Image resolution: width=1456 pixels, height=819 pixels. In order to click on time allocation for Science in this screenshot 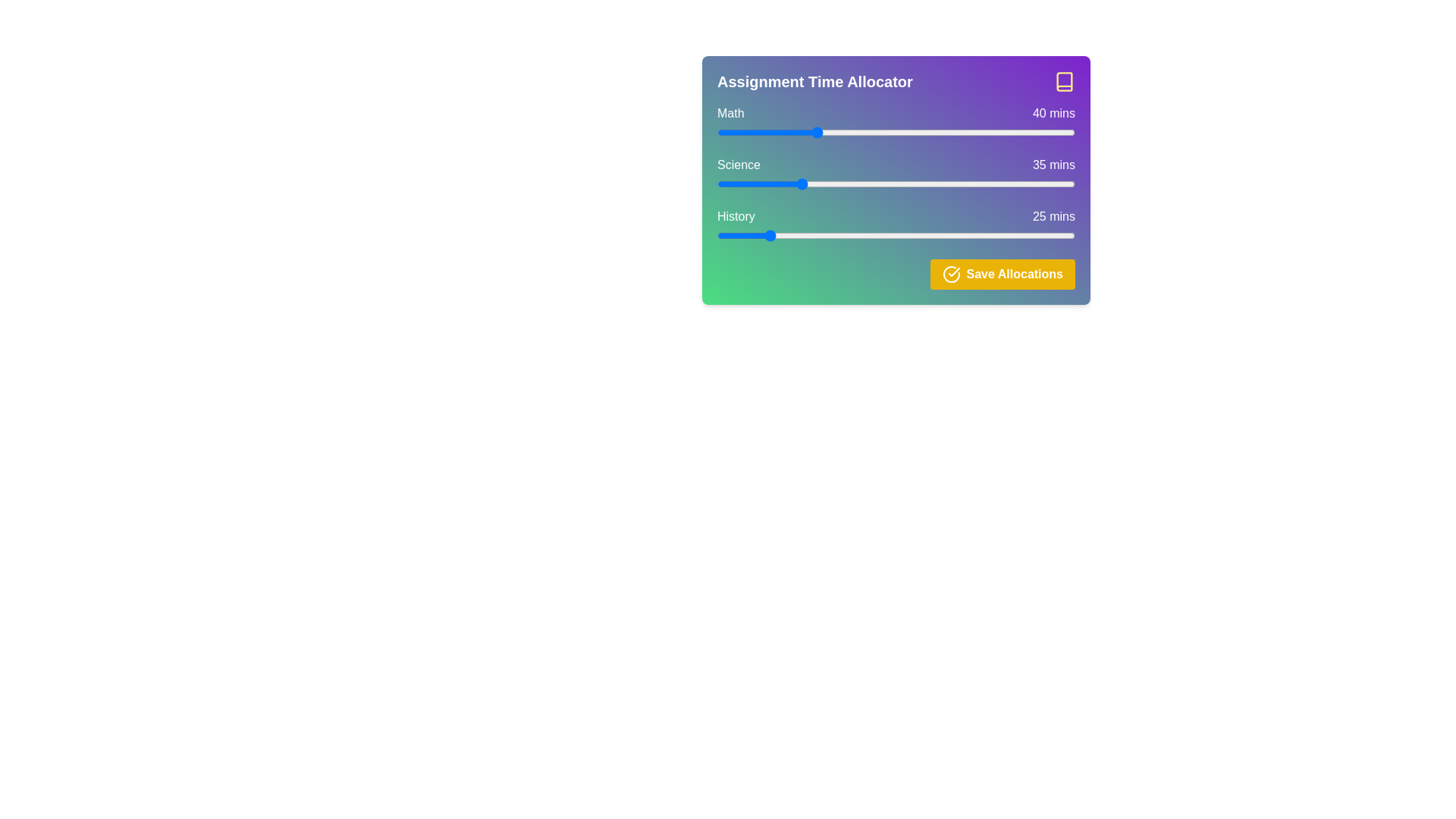, I will do `click(804, 184)`.